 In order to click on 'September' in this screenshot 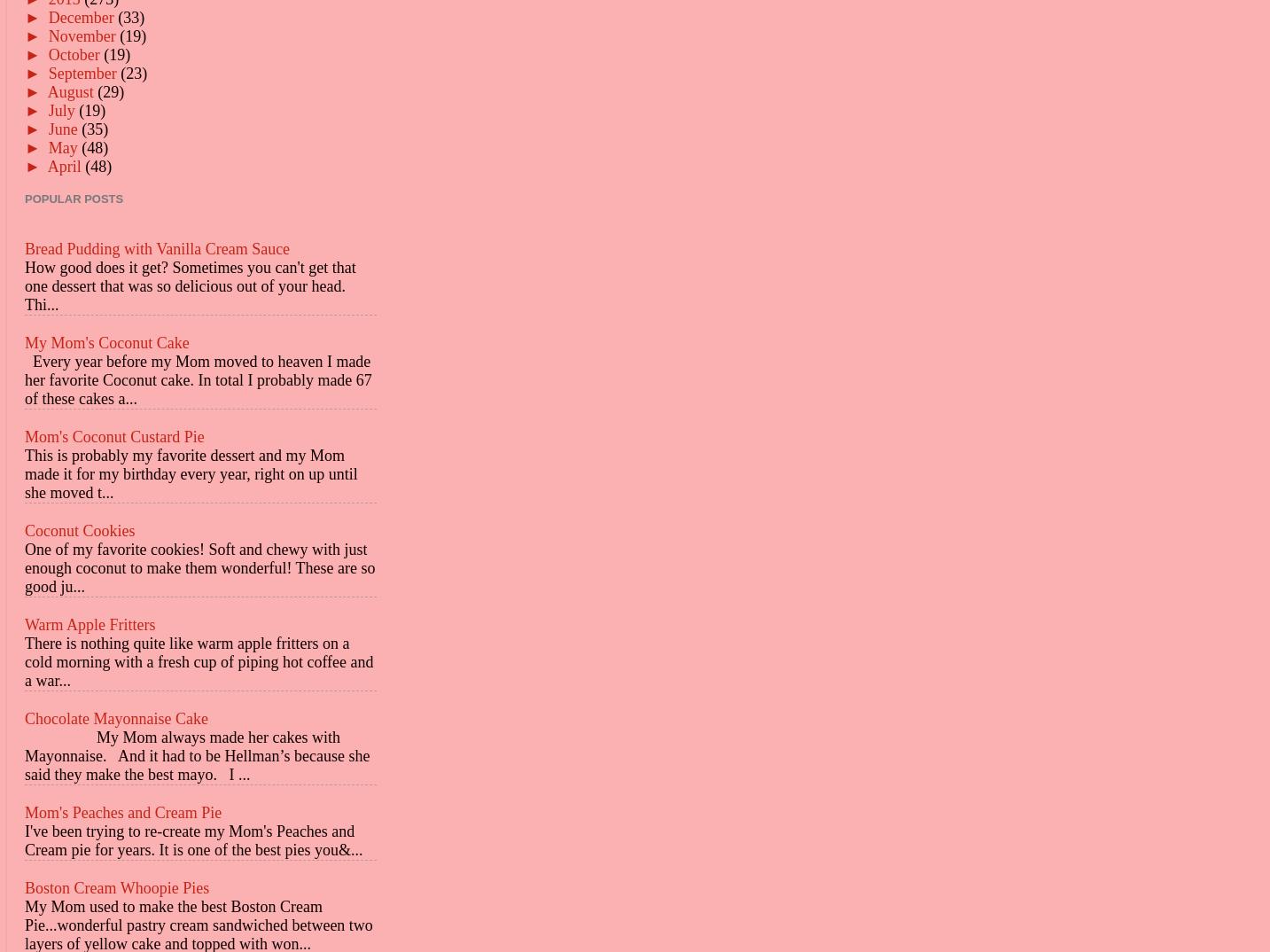, I will do `click(83, 73)`.